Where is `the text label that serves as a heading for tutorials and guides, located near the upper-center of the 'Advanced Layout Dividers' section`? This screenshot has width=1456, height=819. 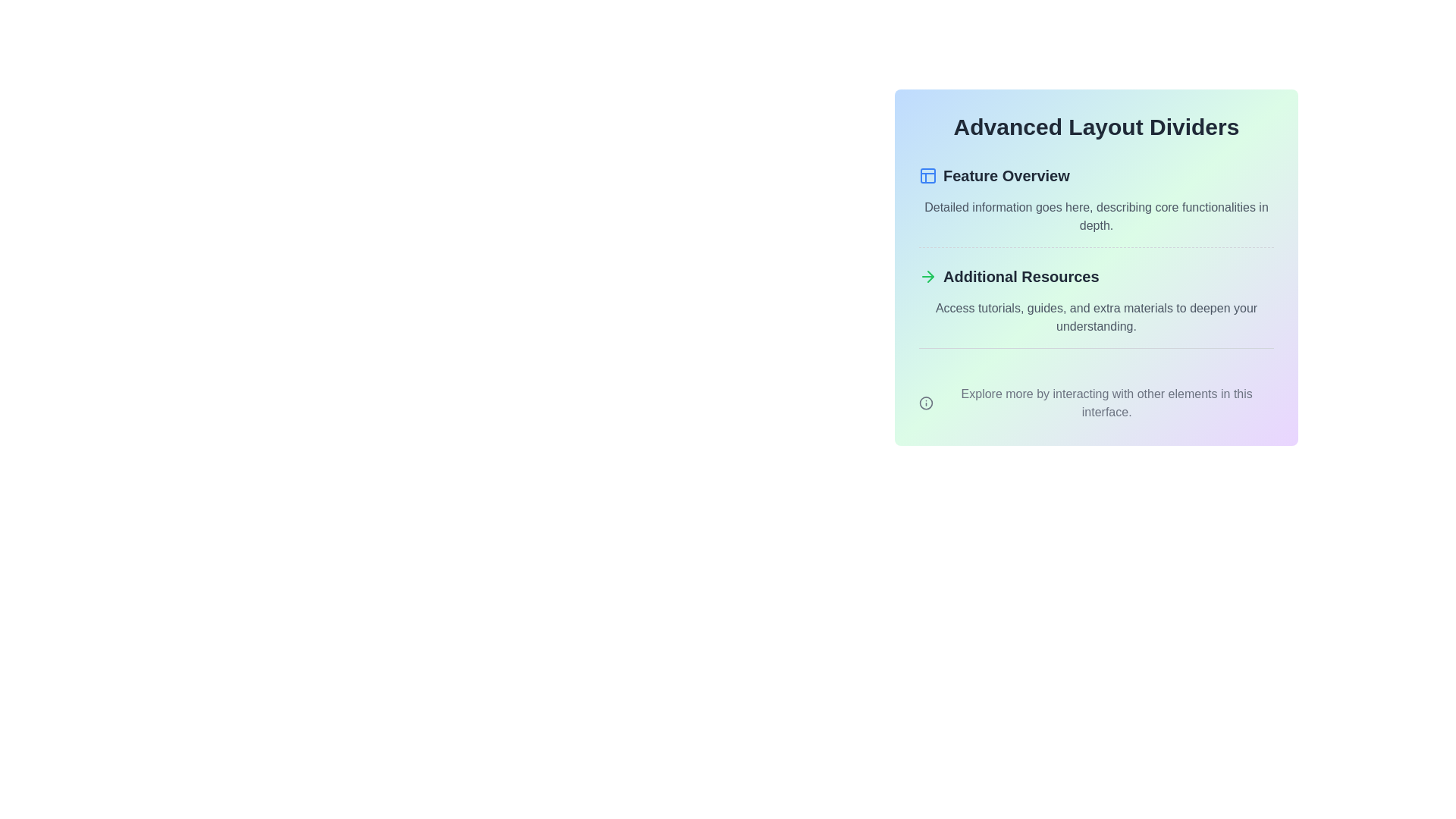
the text label that serves as a heading for tutorials and guides, located near the upper-center of the 'Advanced Layout Dividers' section is located at coordinates (1021, 277).